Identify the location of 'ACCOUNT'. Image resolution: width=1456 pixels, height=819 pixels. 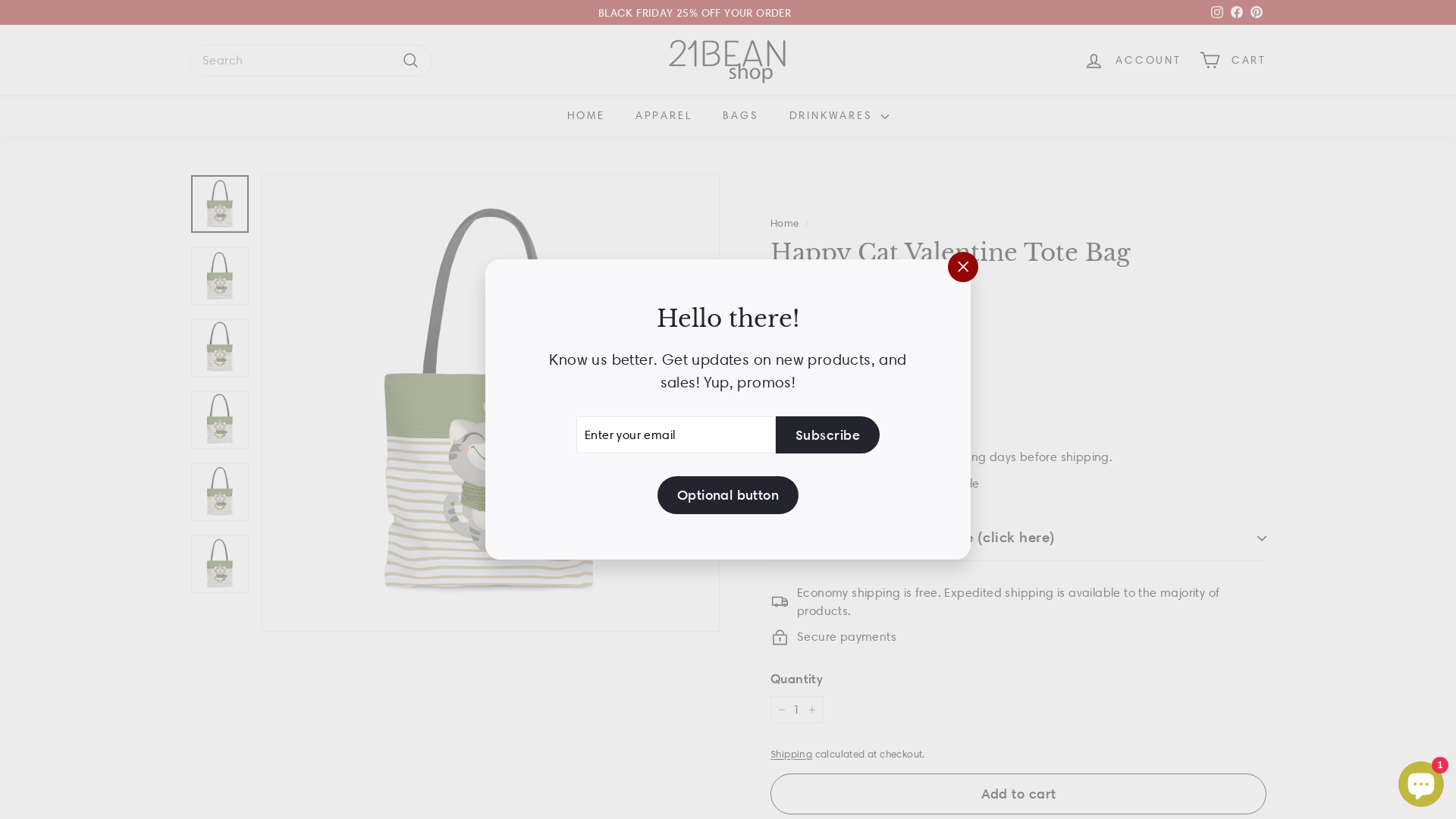
(1132, 59).